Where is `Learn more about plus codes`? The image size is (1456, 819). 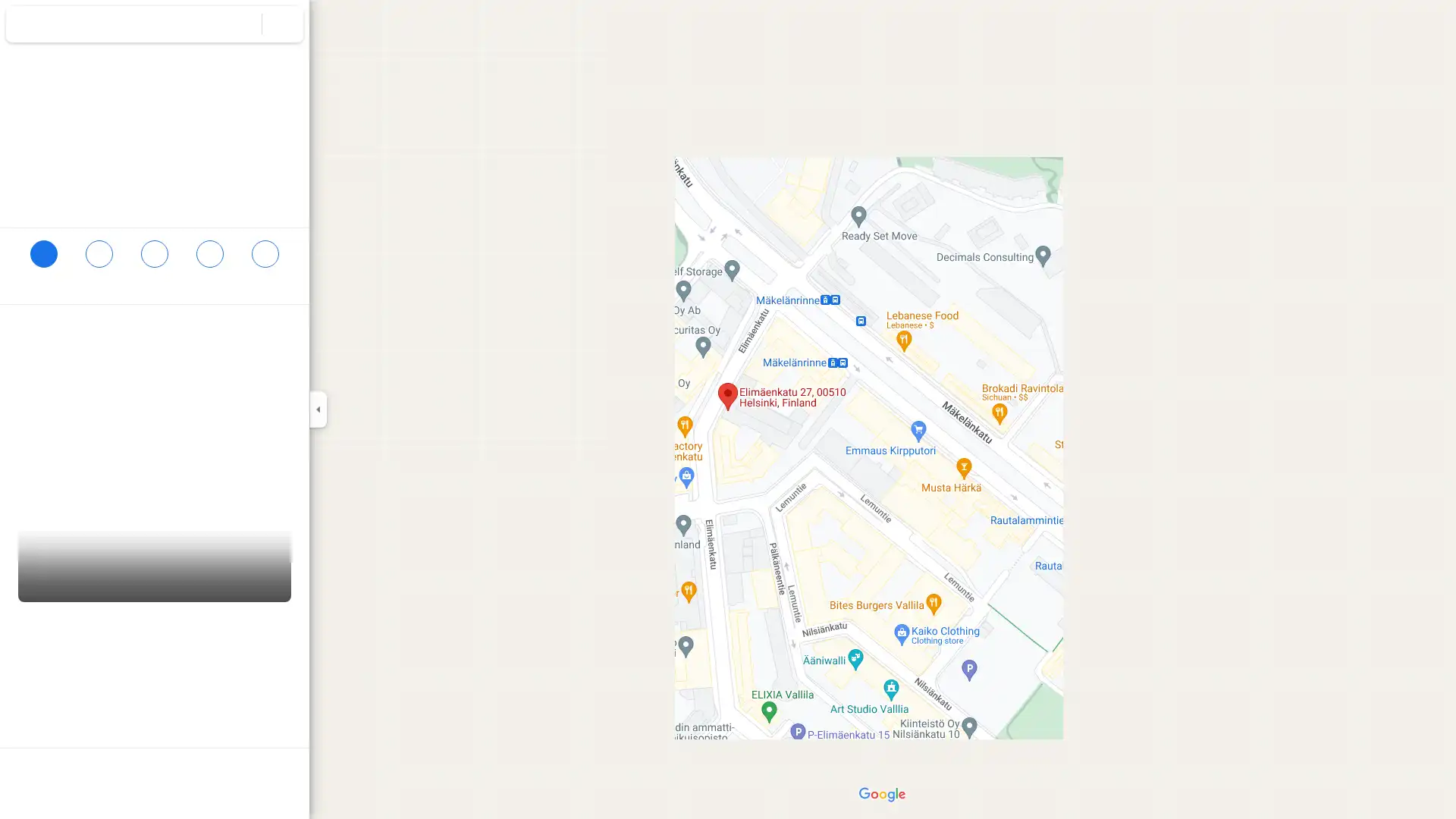
Learn more about plus codes is located at coordinates (290, 362).